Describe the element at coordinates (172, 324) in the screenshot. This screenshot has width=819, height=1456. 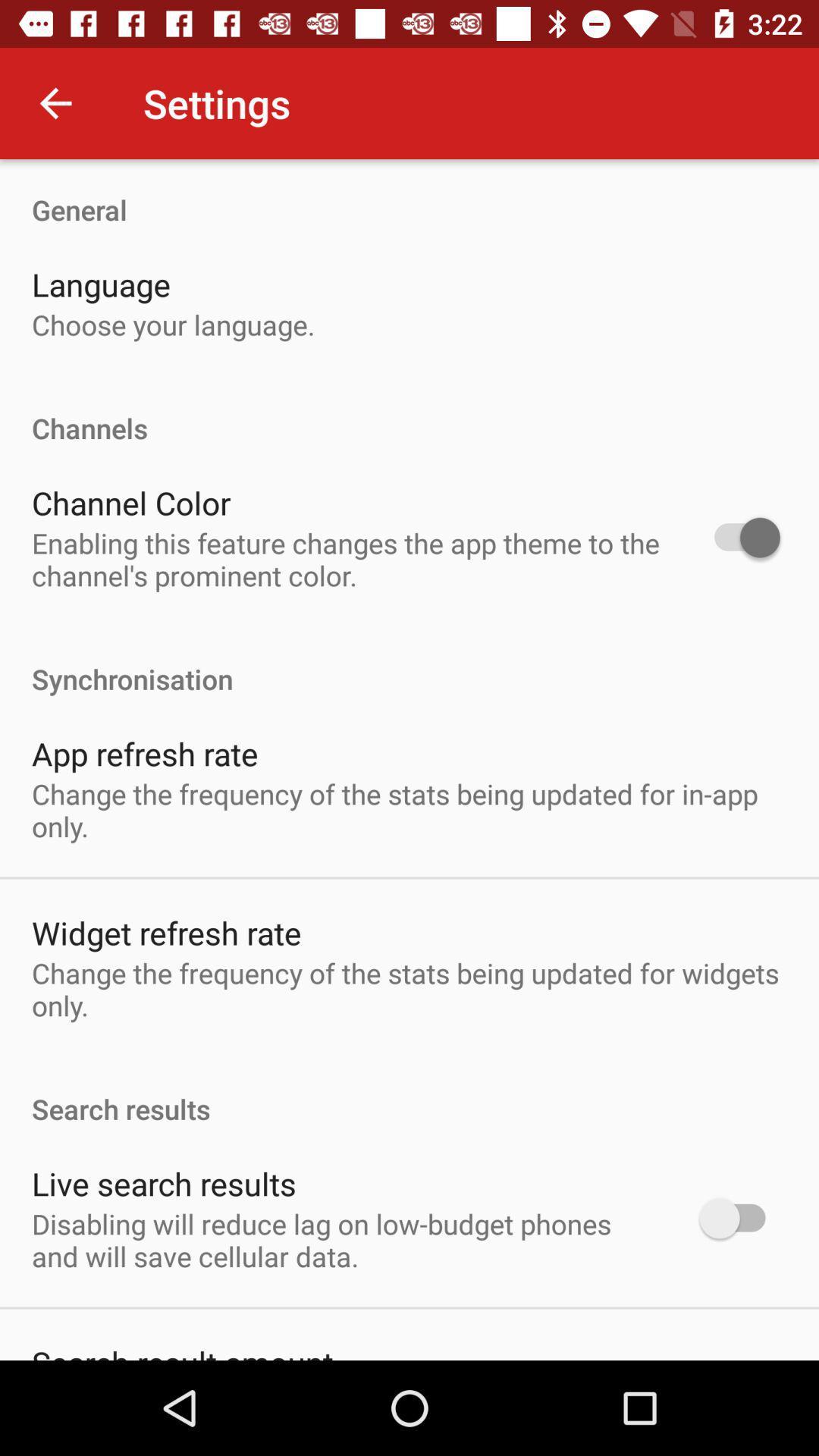
I see `choose your language. icon` at that location.